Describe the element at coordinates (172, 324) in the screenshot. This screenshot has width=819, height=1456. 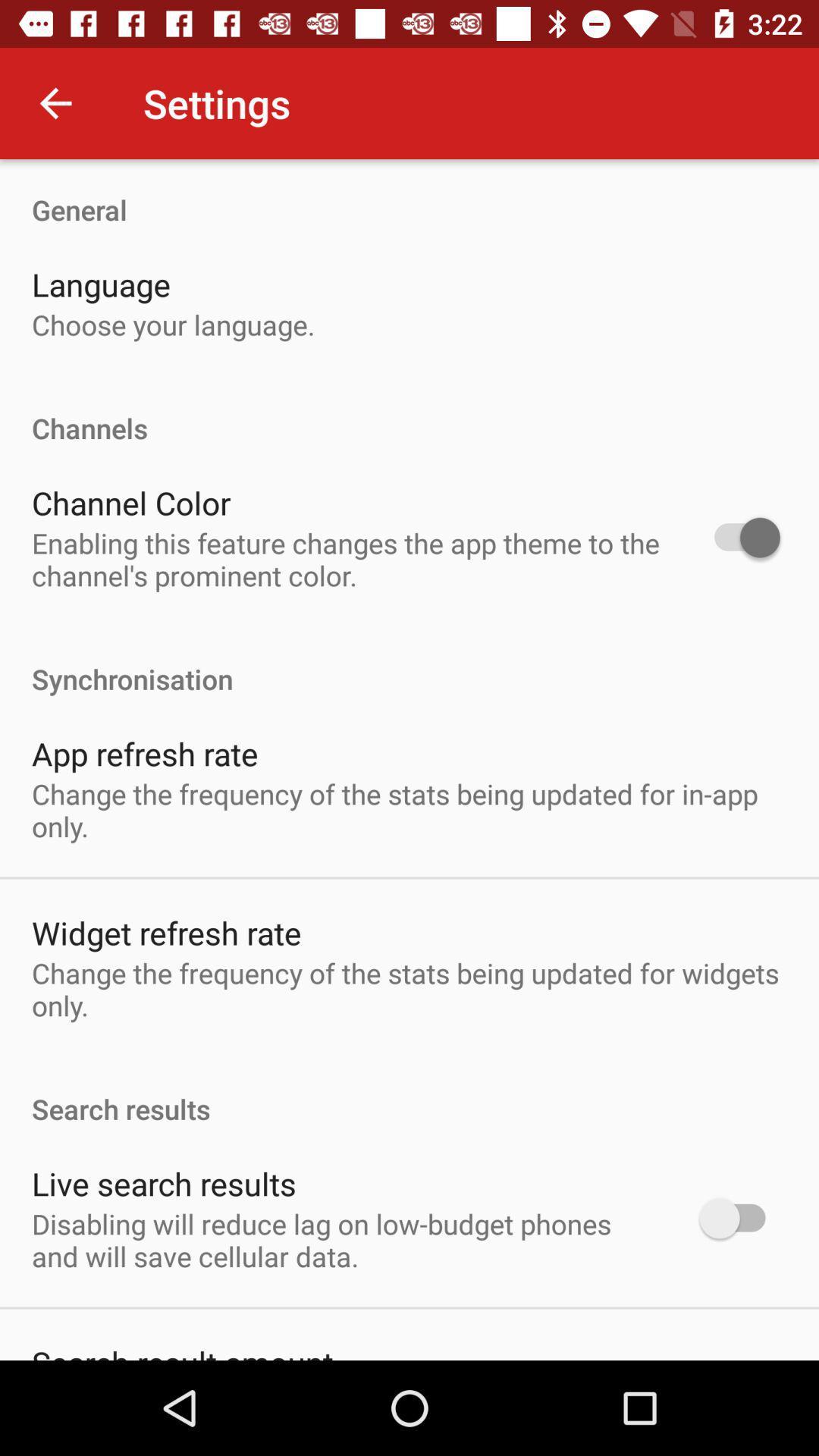
I see `choose your language. icon` at that location.